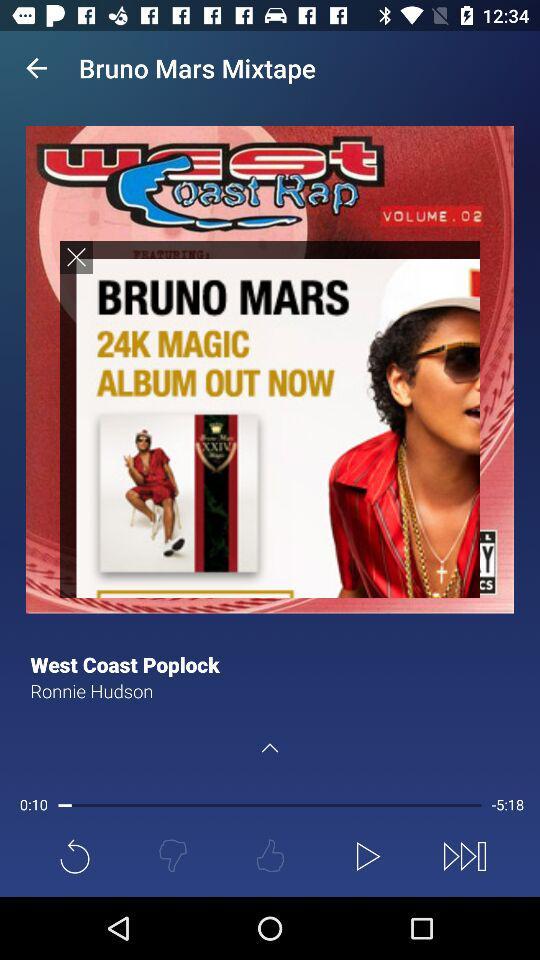  What do you see at coordinates (270, 855) in the screenshot?
I see `the thumbs_up icon` at bounding box center [270, 855].